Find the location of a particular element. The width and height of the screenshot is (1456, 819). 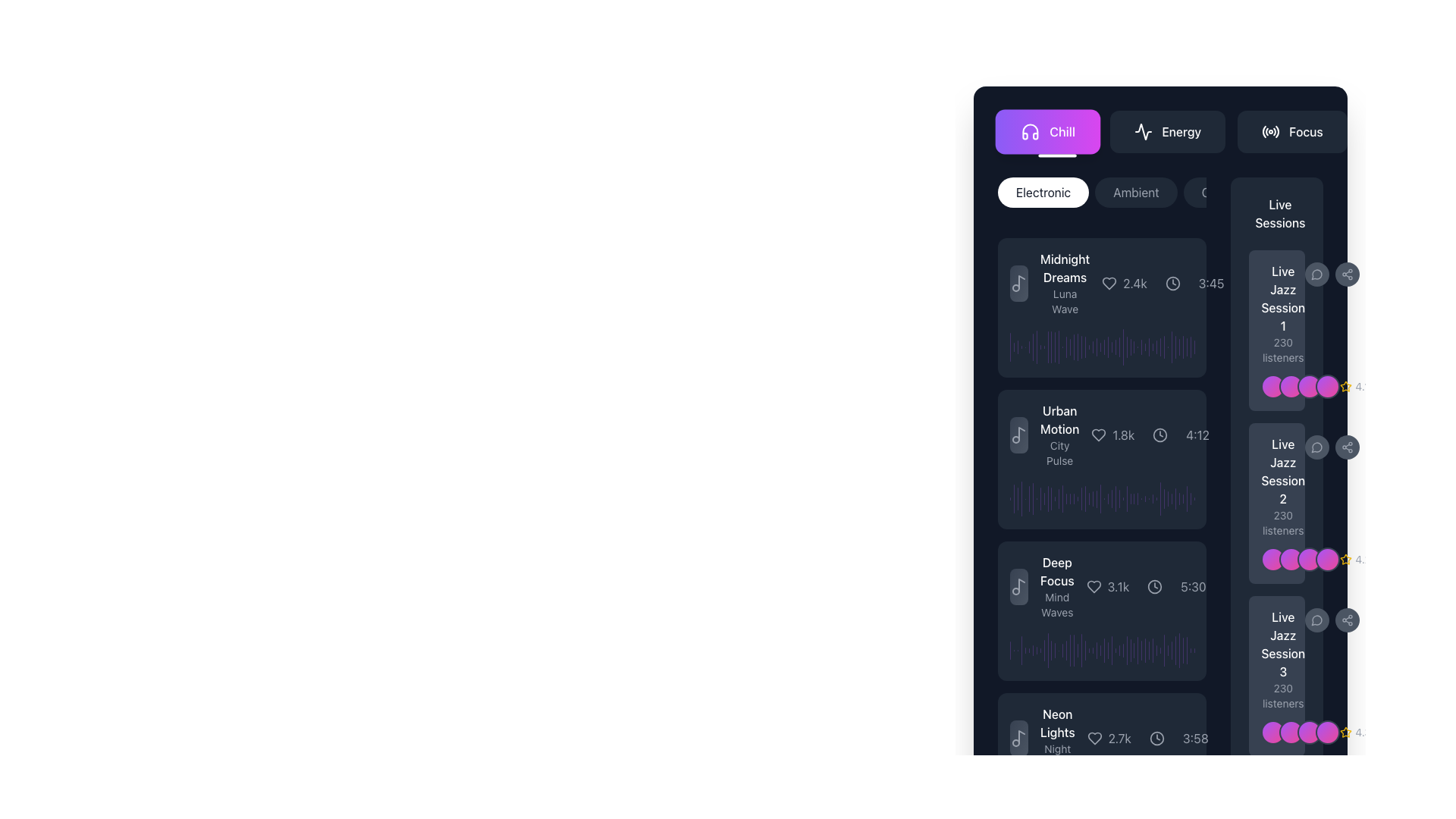

the Rating display component, which features a small yellow star icon and a numeric rating '4.3', located at the bottom-right corner of the section is located at coordinates (1355, 731).